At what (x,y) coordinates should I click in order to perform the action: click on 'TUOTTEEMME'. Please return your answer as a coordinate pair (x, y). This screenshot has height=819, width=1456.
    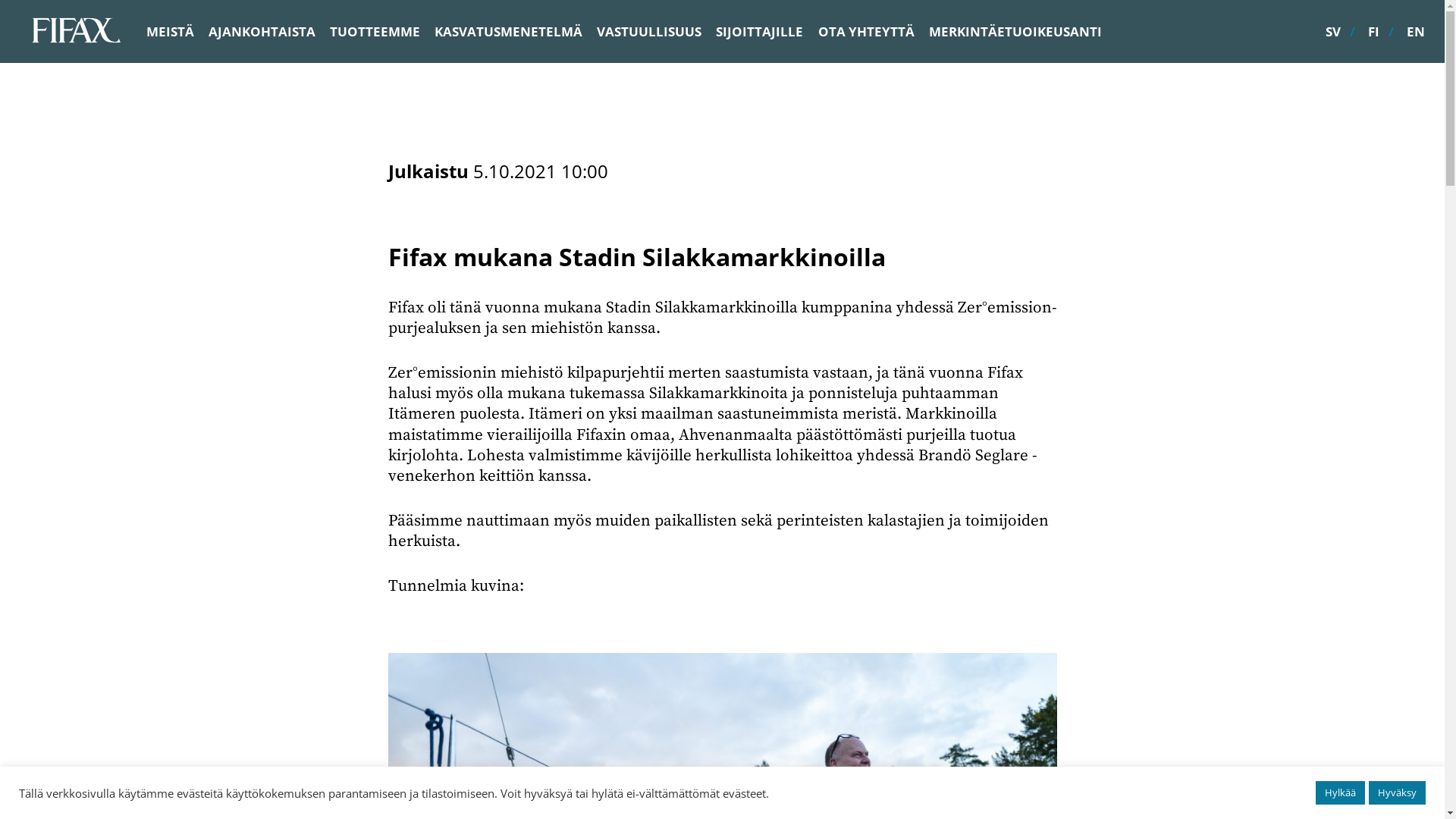
    Looking at the image, I should click on (375, 31).